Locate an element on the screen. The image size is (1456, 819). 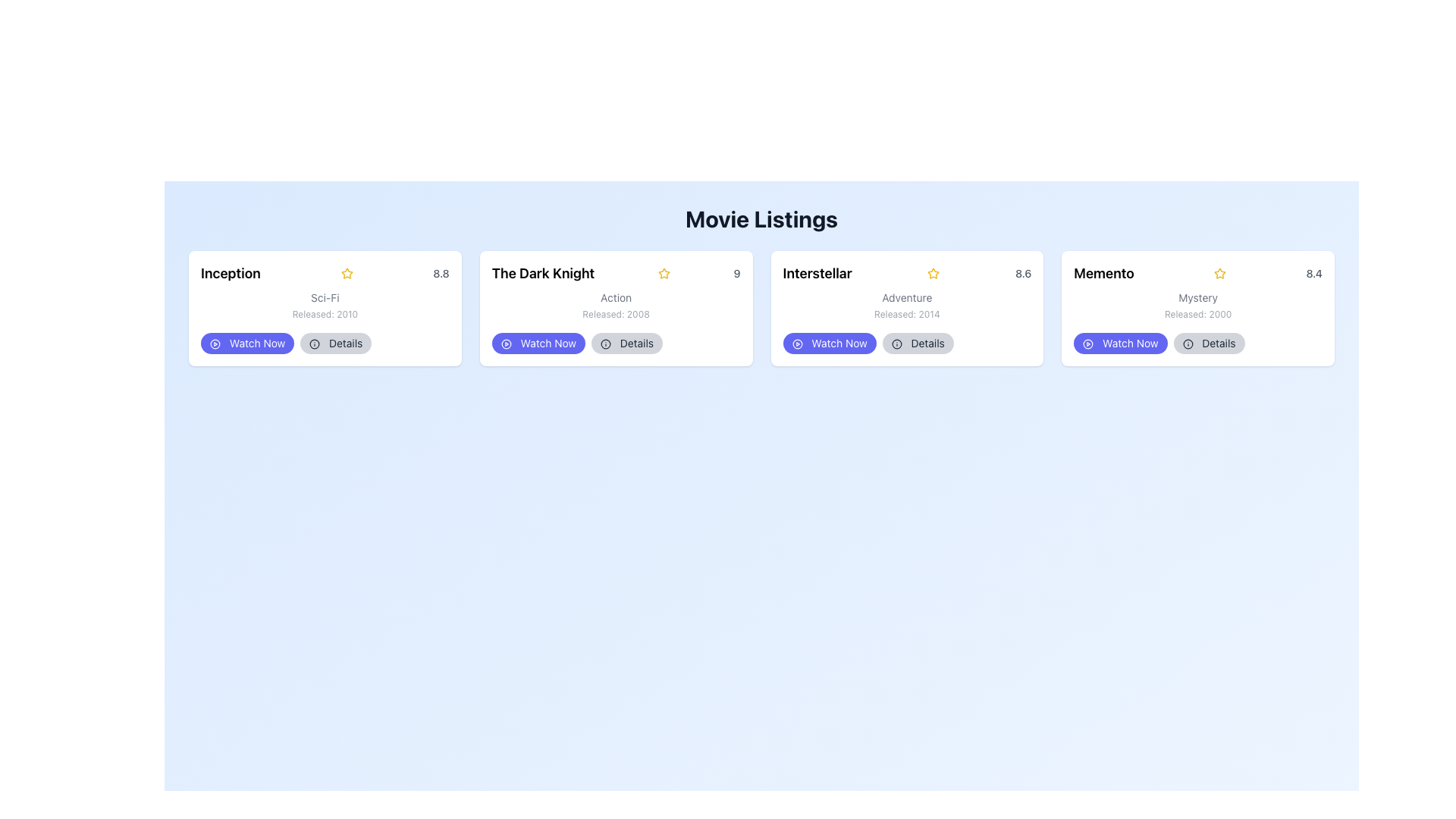
the visual indicator icon within the 'Watch Now' button for the movie 'Interstellar', which is styled with a purple background and white text is located at coordinates (796, 344).